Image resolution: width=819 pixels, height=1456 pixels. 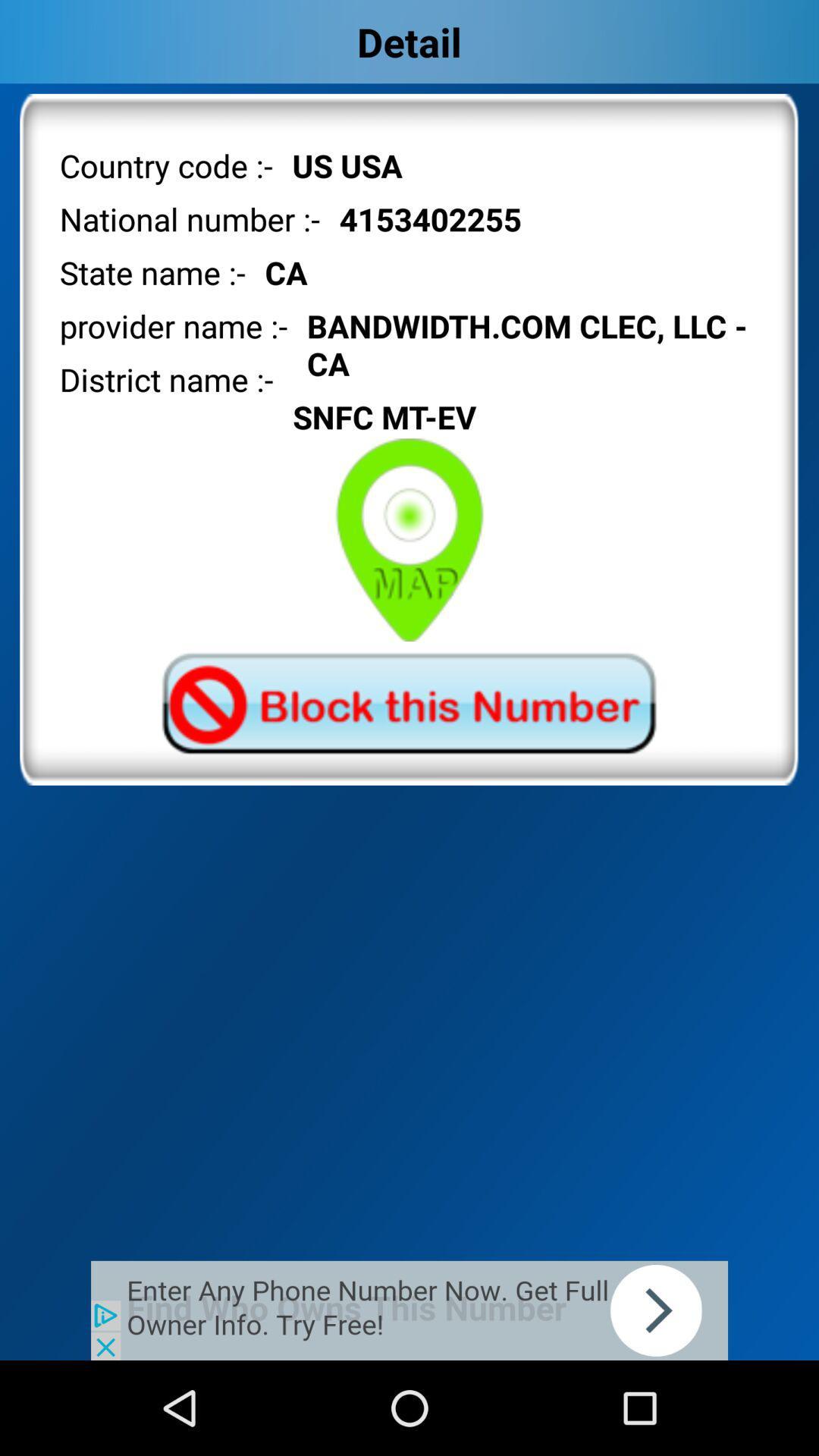 What do you see at coordinates (409, 1310) in the screenshot?
I see `advertisement` at bounding box center [409, 1310].